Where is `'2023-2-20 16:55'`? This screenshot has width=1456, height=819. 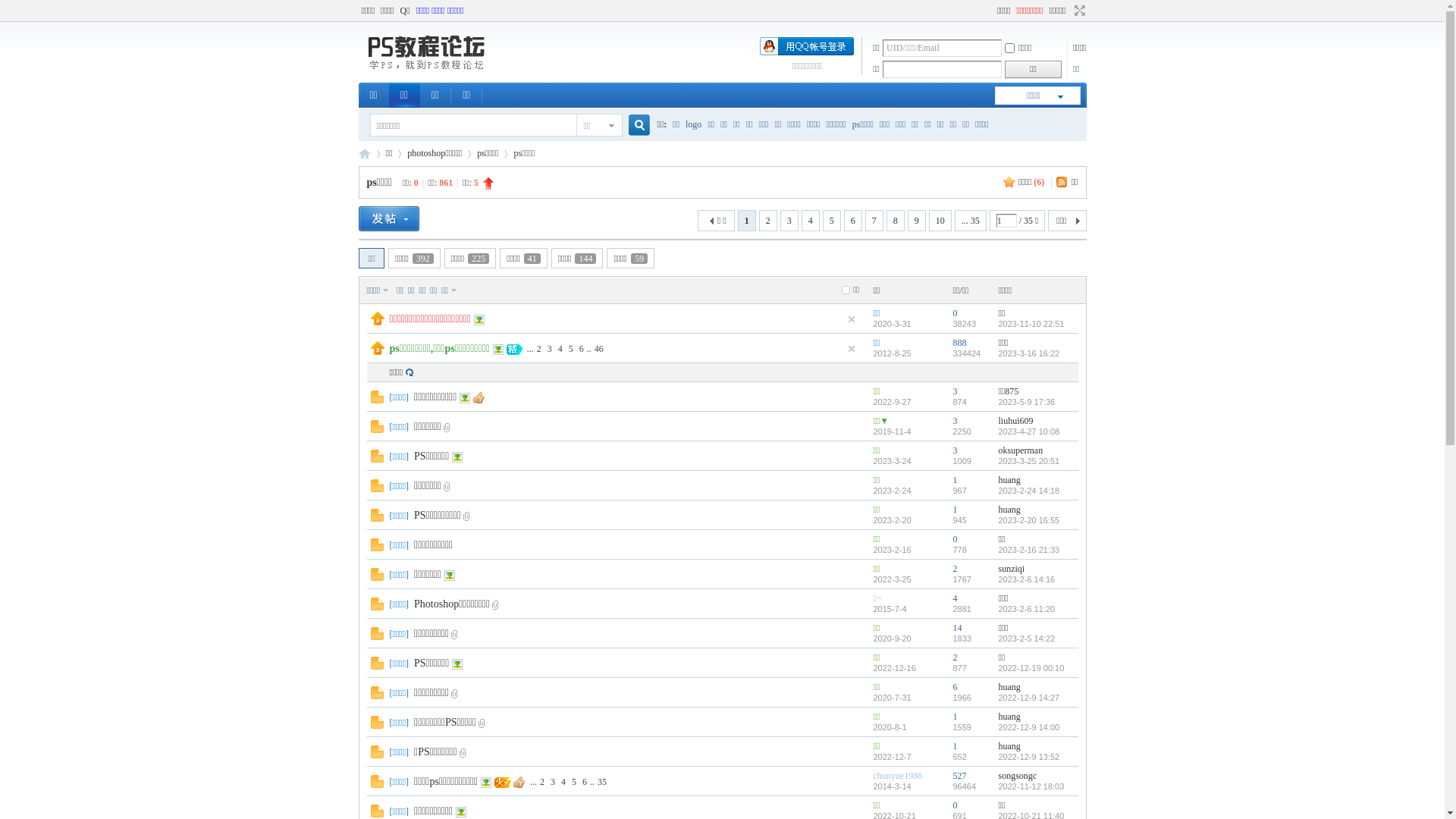 '2023-2-20 16:55' is located at coordinates (1028, 519).